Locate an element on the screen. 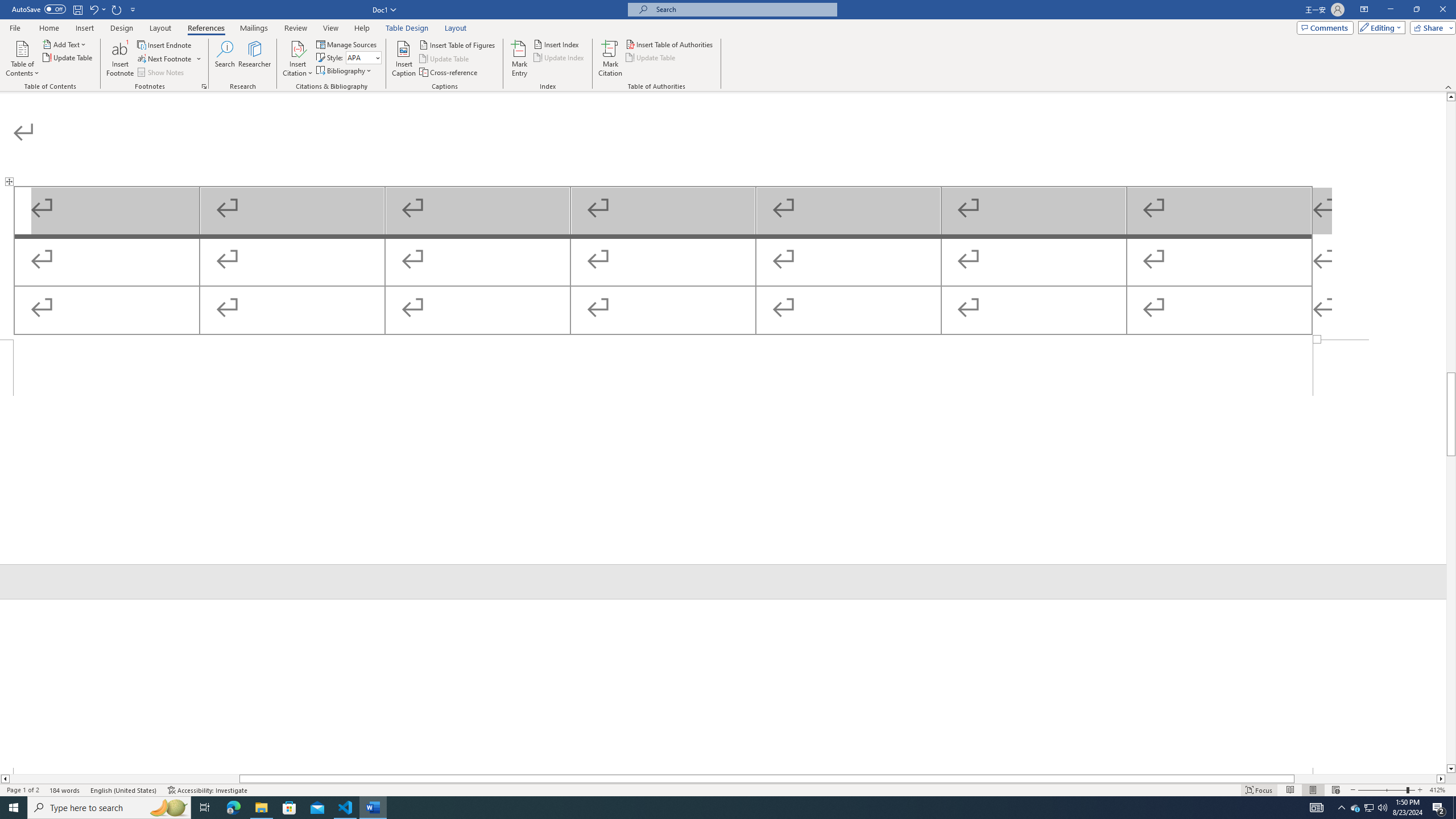 The width and height of the screenshot is (1456, 819). 'Class: NetUIScrollBar' is located at coordinates (1451, 433).